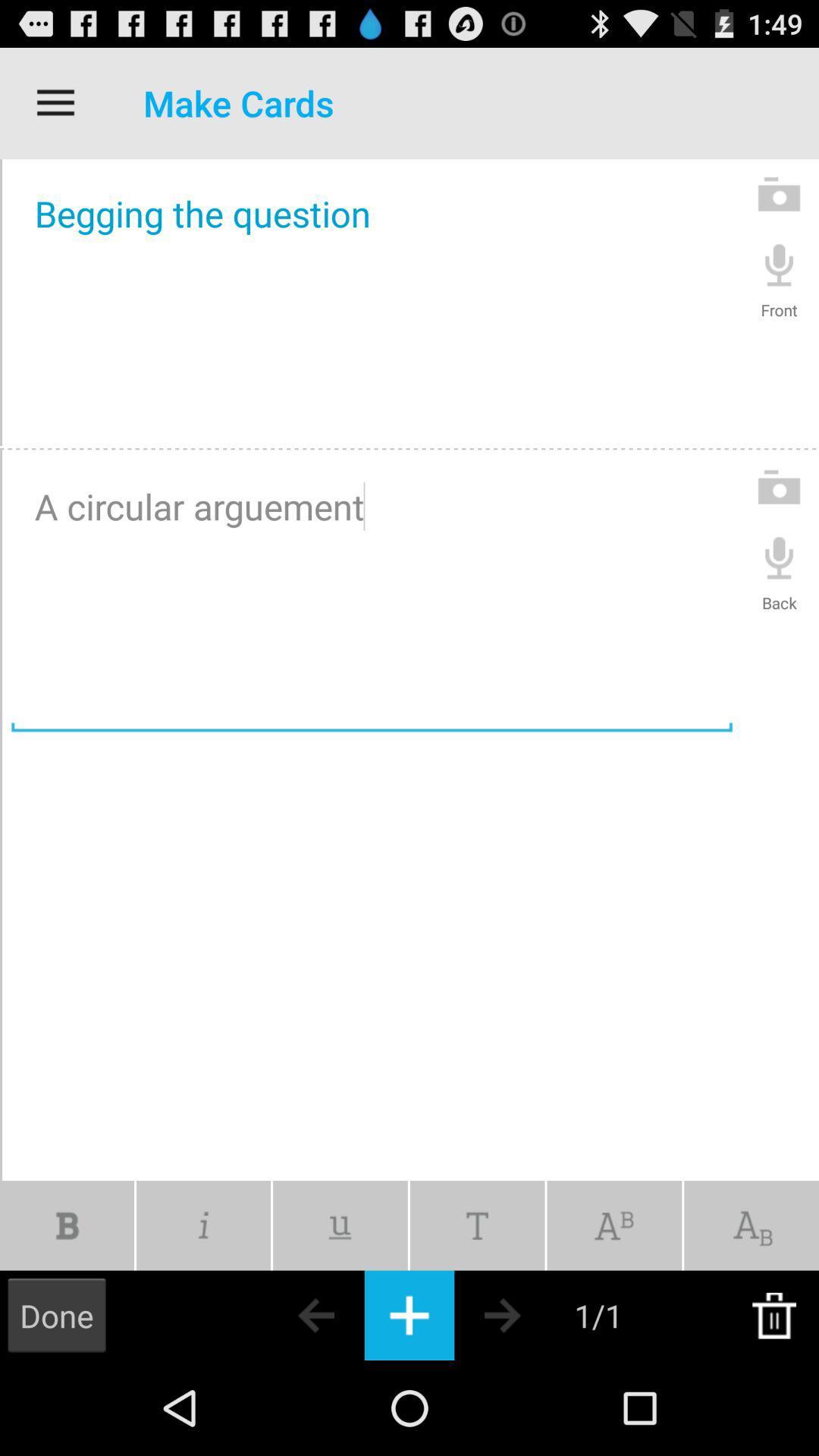  What do you see at coordinates (476, 1225) in the screenshot?
I see `icon below the a circular arguement icon` at bounding box center [476, 1225].